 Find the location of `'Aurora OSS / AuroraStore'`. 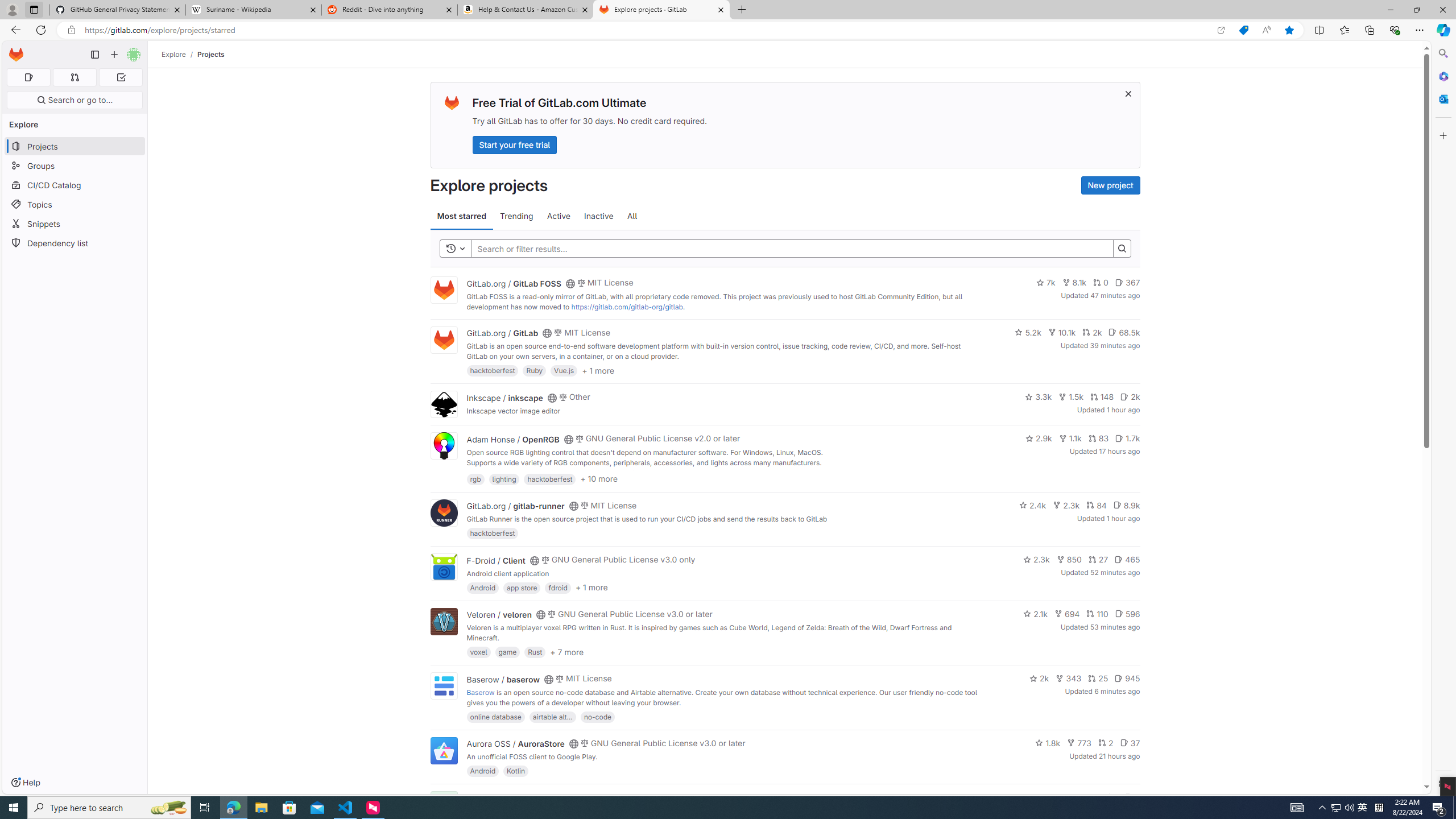

'Aurora OSS / AuroraStore' is located at coordinates (515, 743).